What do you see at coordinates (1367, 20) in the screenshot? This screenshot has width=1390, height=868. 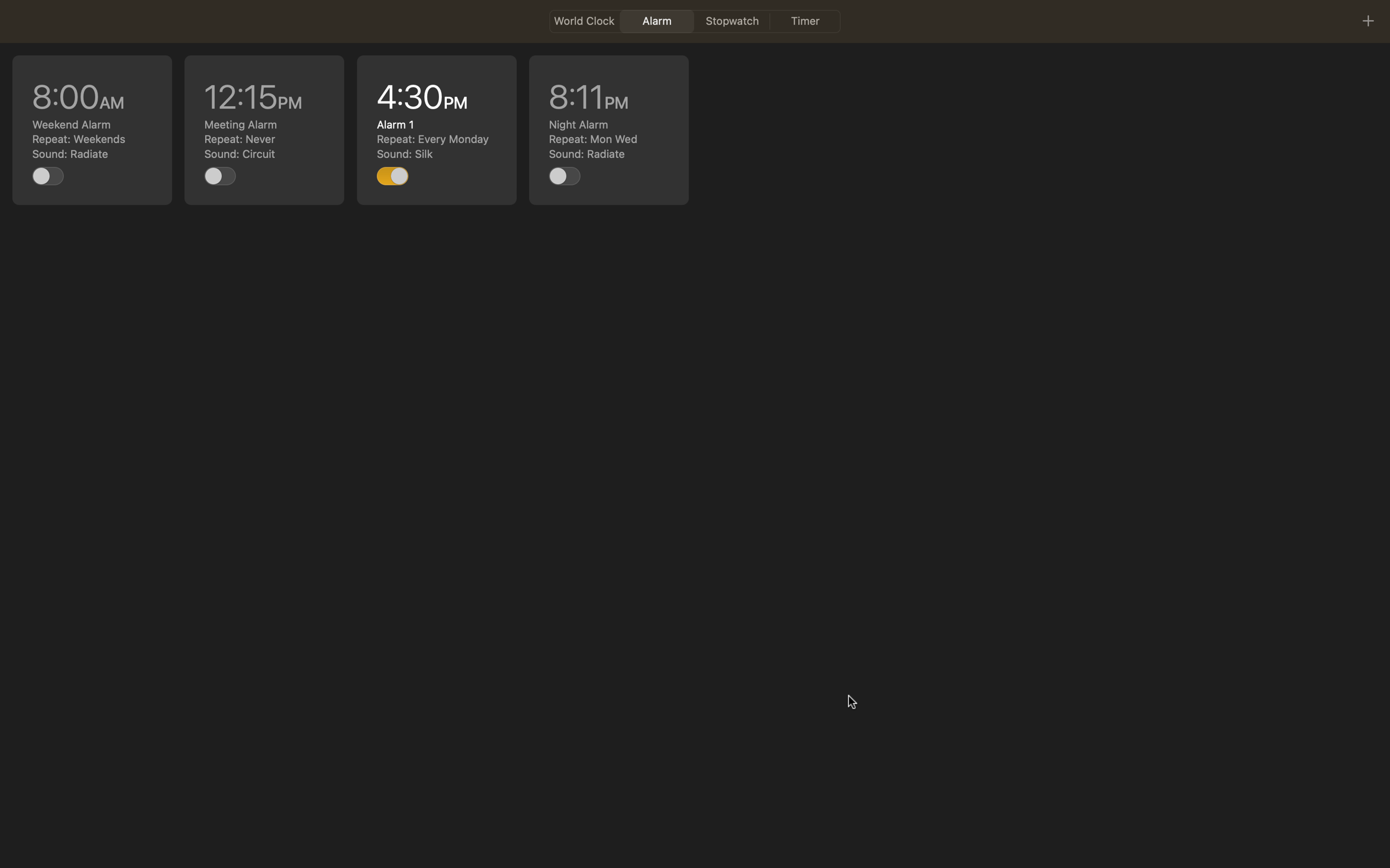 I see `Add a new task by clicking the plus icon` at bounding box center [1367, 20].